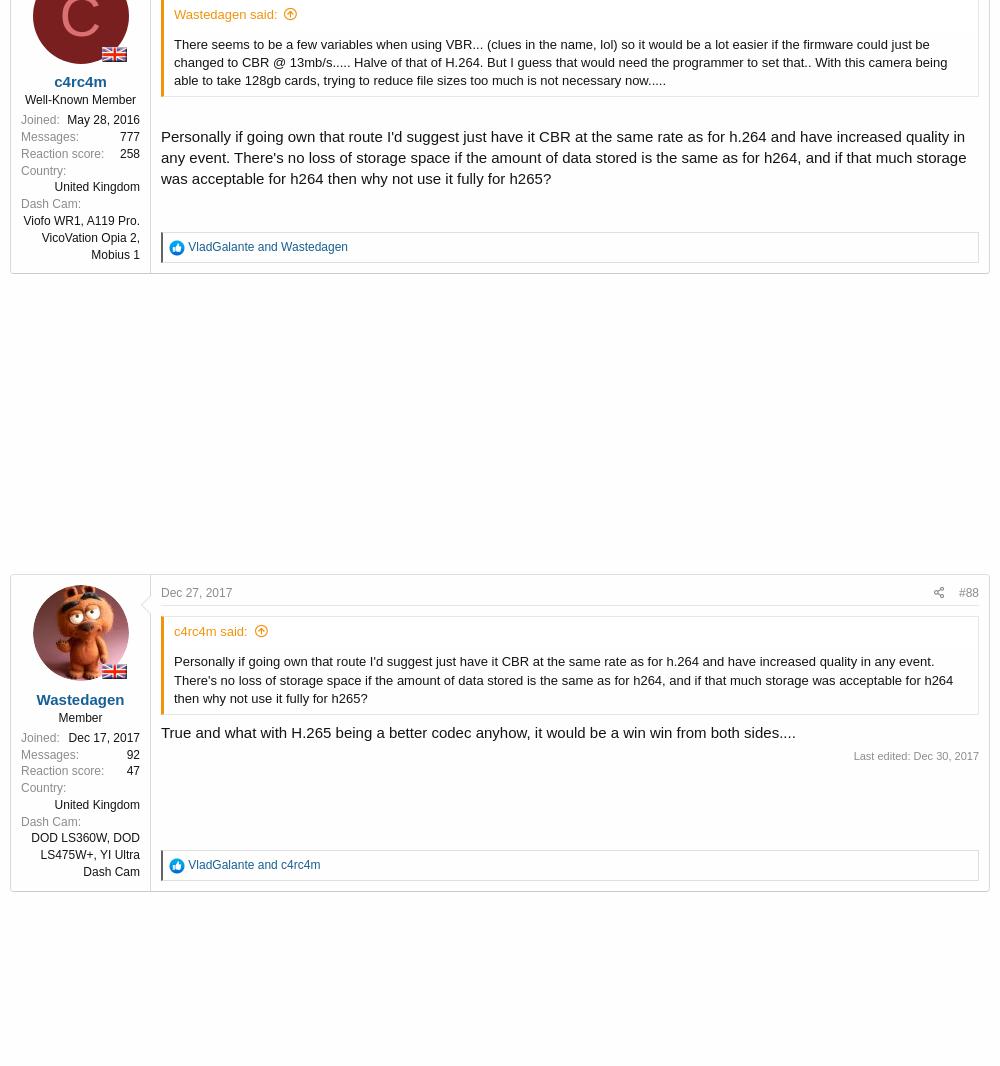 This screenshot has width=1000, height=1066. Describe the element at coordinates (133, 752) in the screenshot. I see `'92'` at that location.